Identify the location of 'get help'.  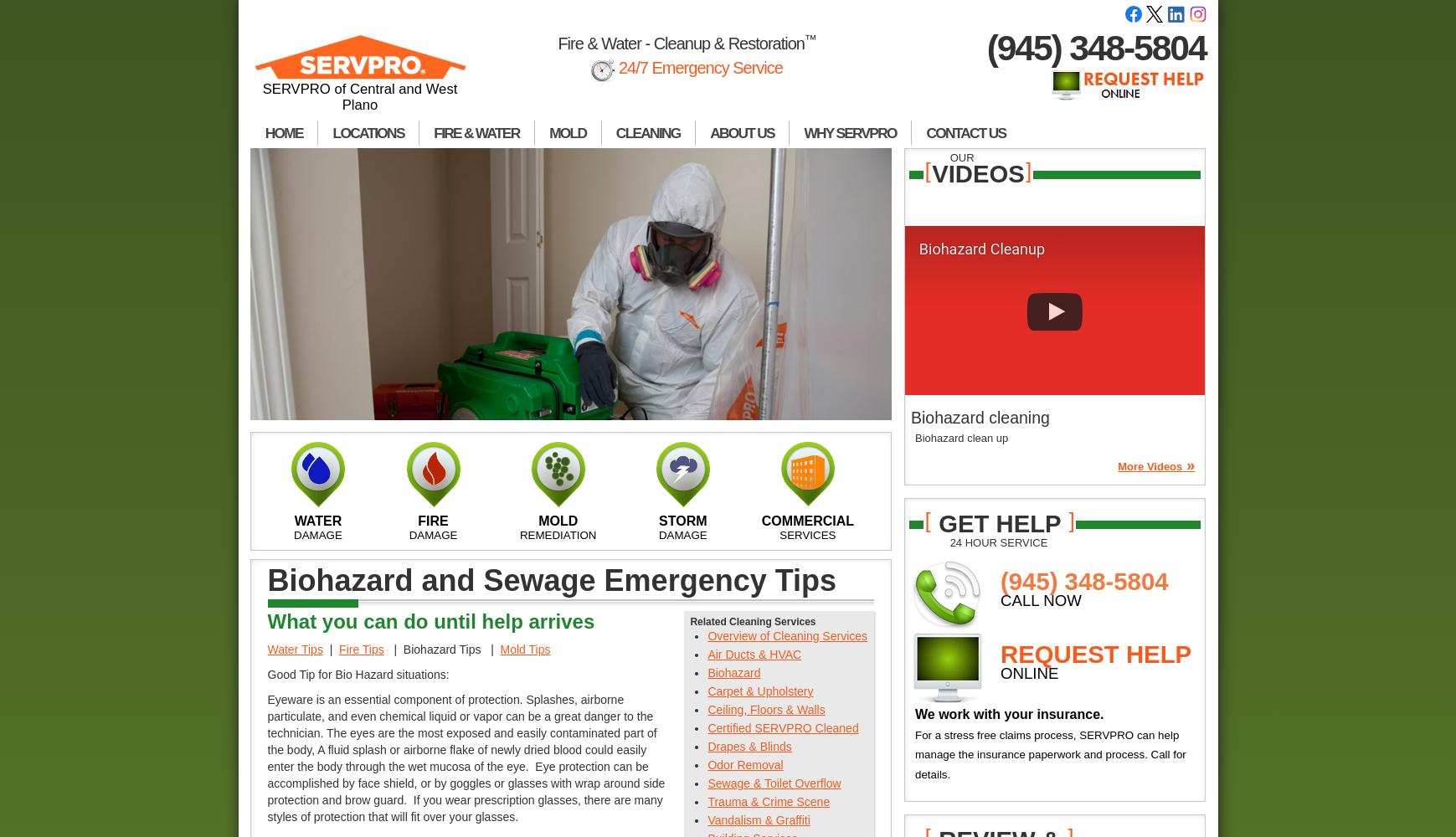
(998, 523).